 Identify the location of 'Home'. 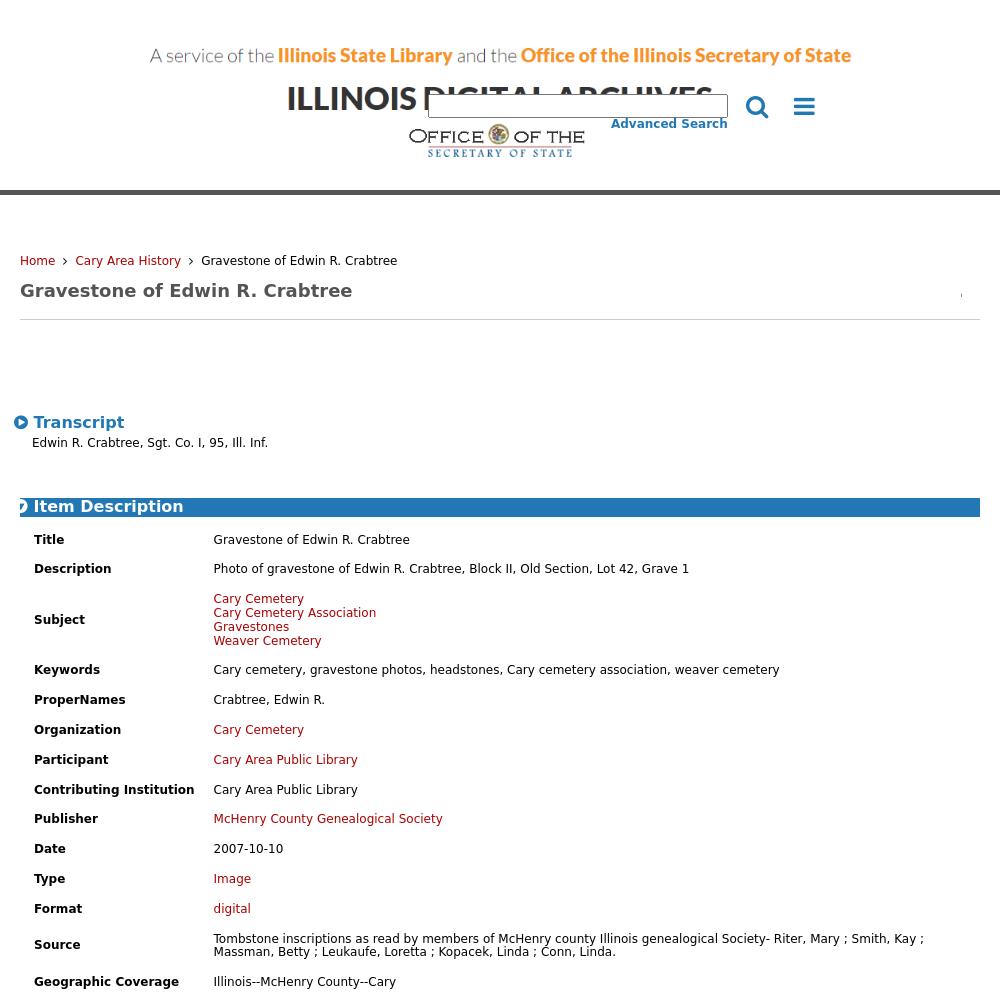
(37, 261).